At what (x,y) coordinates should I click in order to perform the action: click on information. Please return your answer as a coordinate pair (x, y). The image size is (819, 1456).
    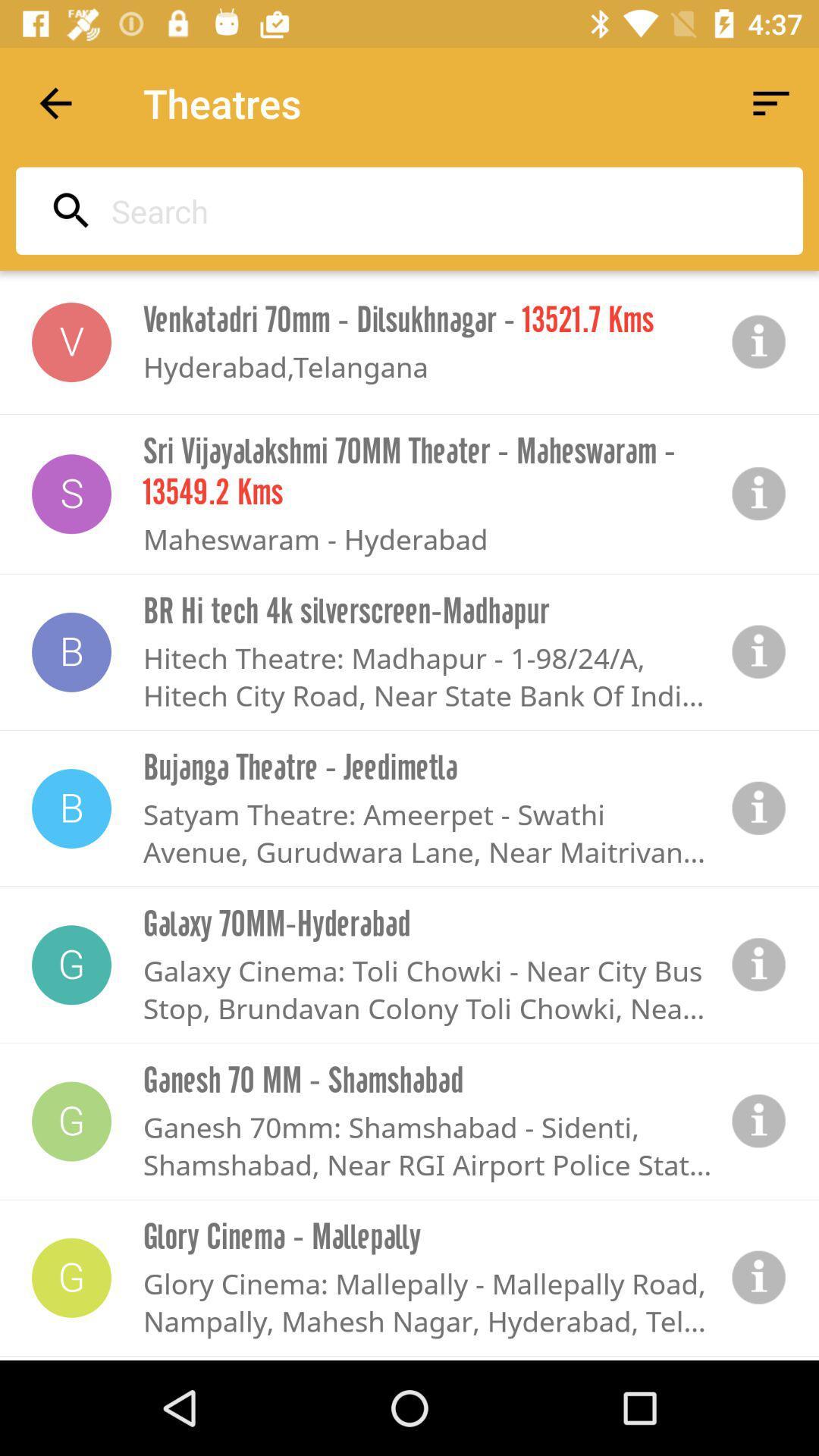
    Looking at the image, I should click on (759, 494).